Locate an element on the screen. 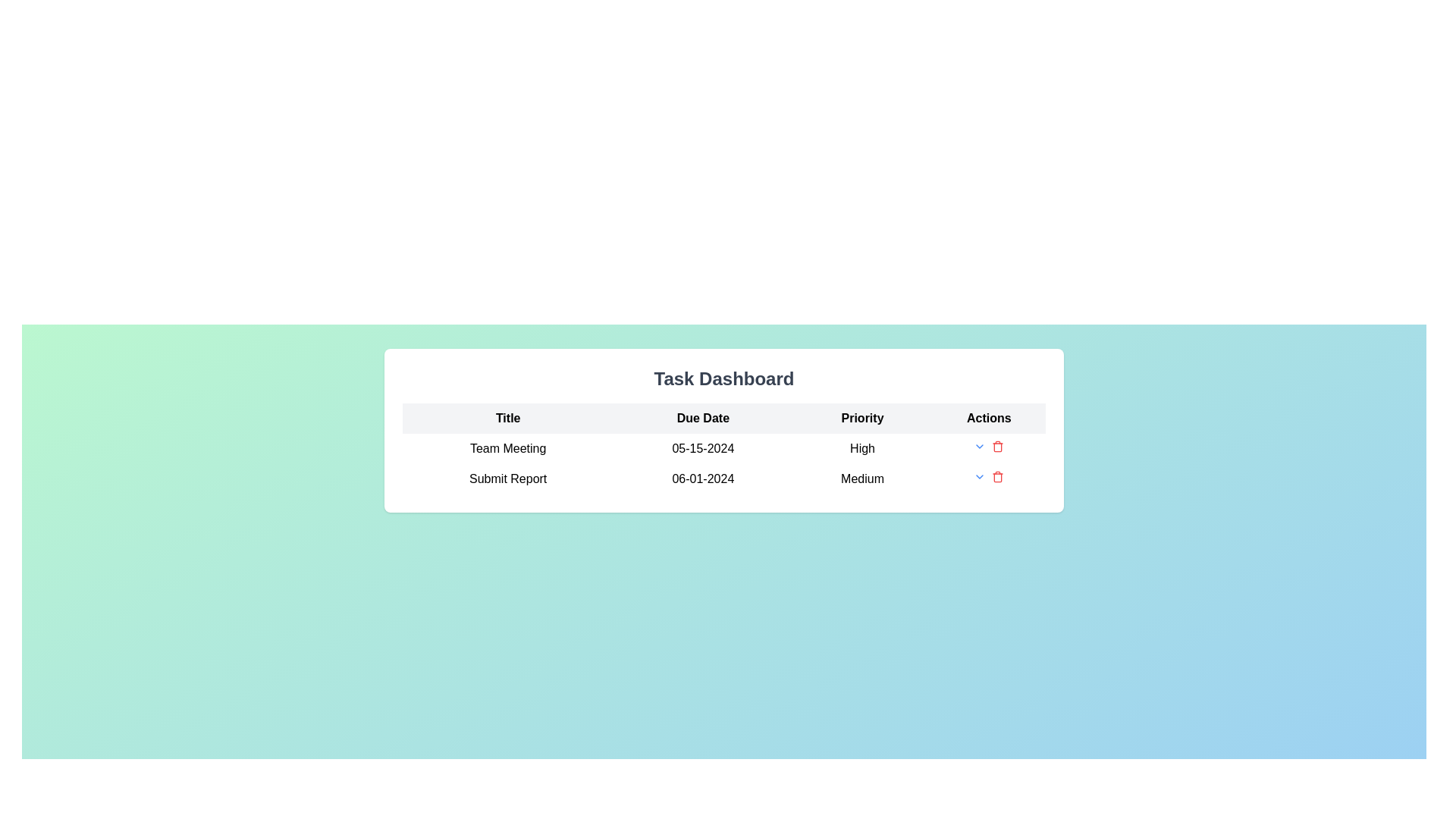 This screenshot has height=819, width=1456. text label displaying 'High' in black font, which is centered in the 'Priority' column of the 'Team Meeting' row is located at coordinates (862, 447).